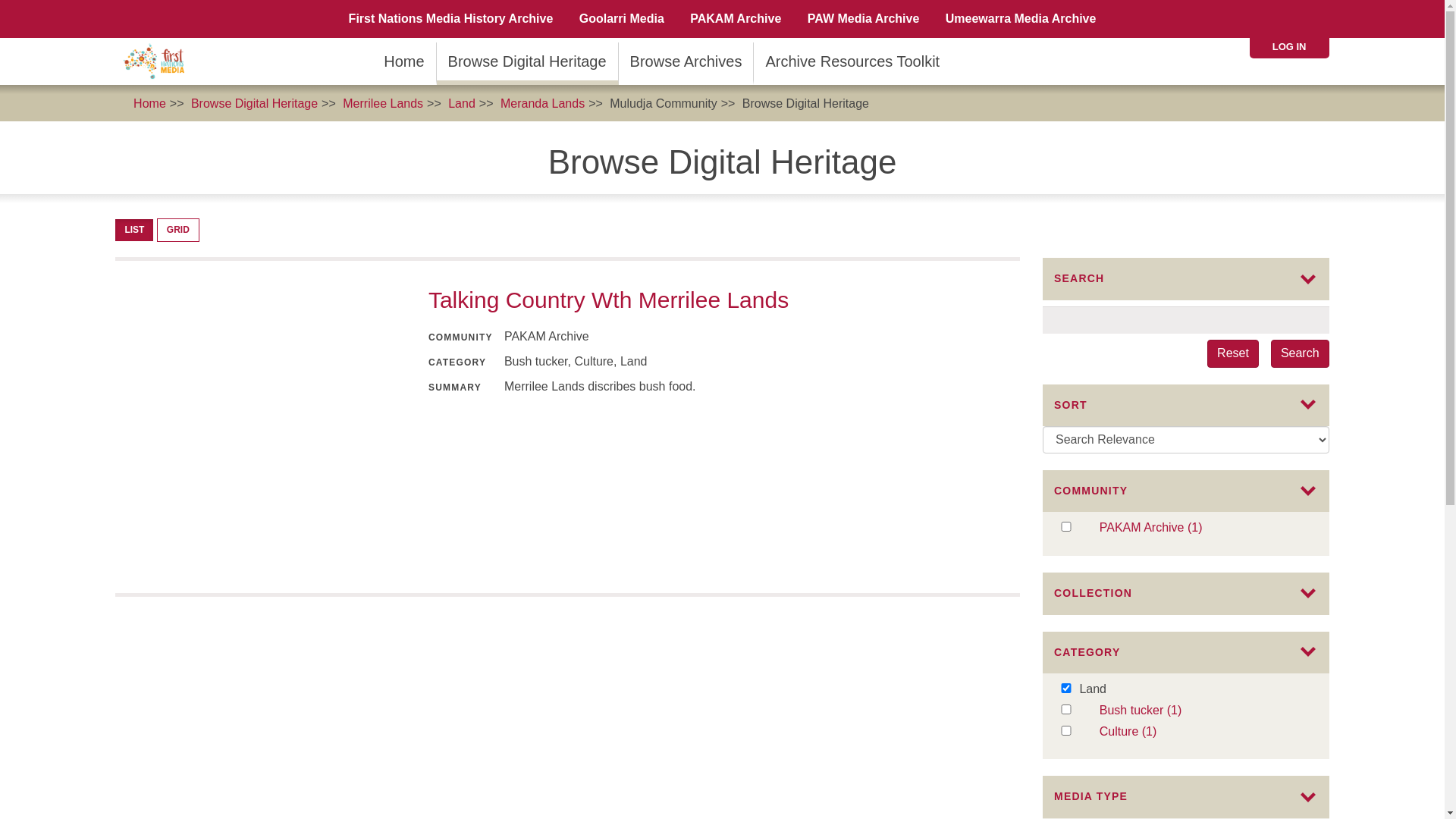  I want to click on 'Reset', so click(1233, 353).